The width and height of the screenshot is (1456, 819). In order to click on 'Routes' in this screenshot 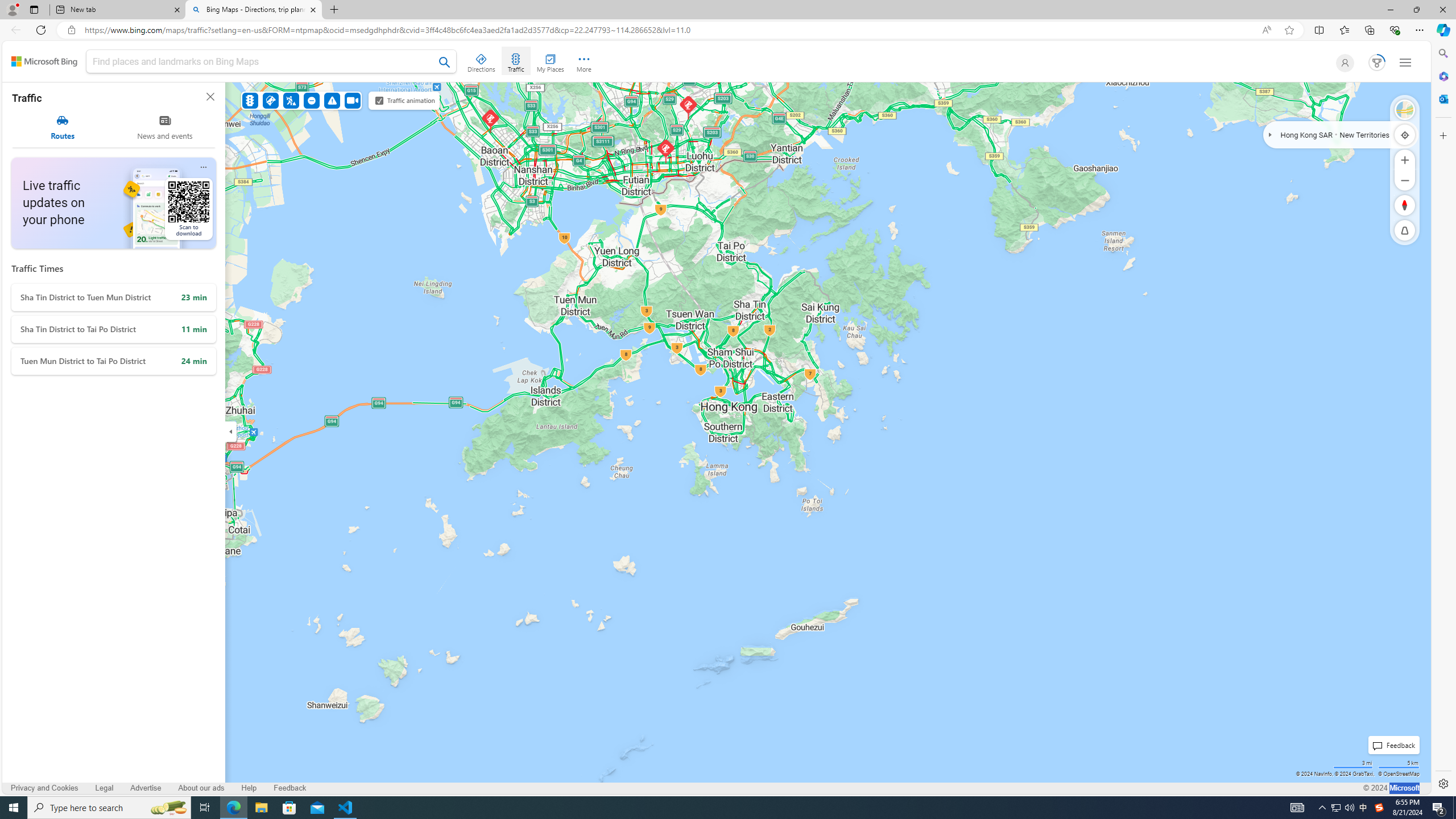, I will do `click(63, 127)`.